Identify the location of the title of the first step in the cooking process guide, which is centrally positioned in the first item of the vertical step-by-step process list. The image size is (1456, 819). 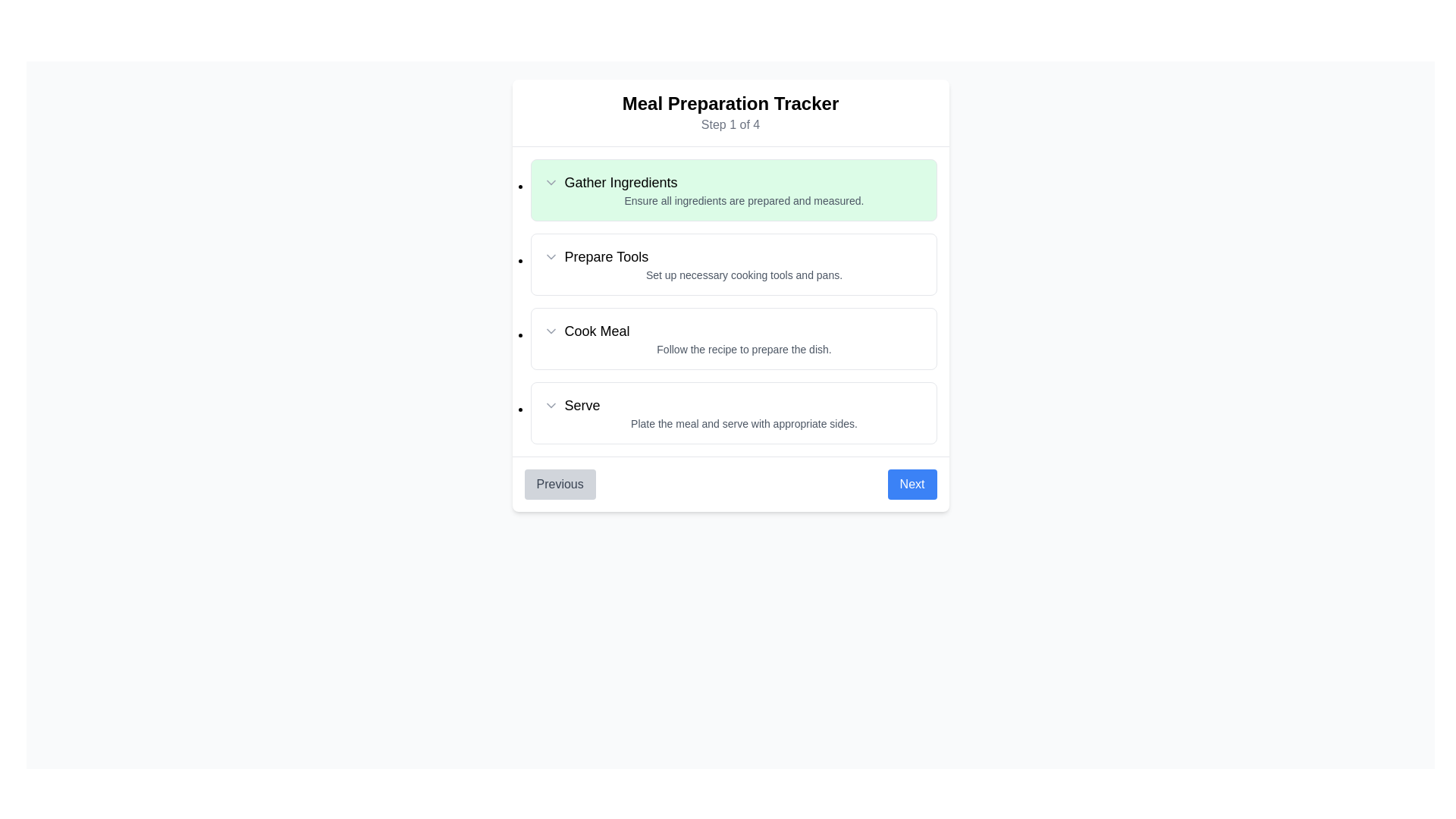
(621, 181).